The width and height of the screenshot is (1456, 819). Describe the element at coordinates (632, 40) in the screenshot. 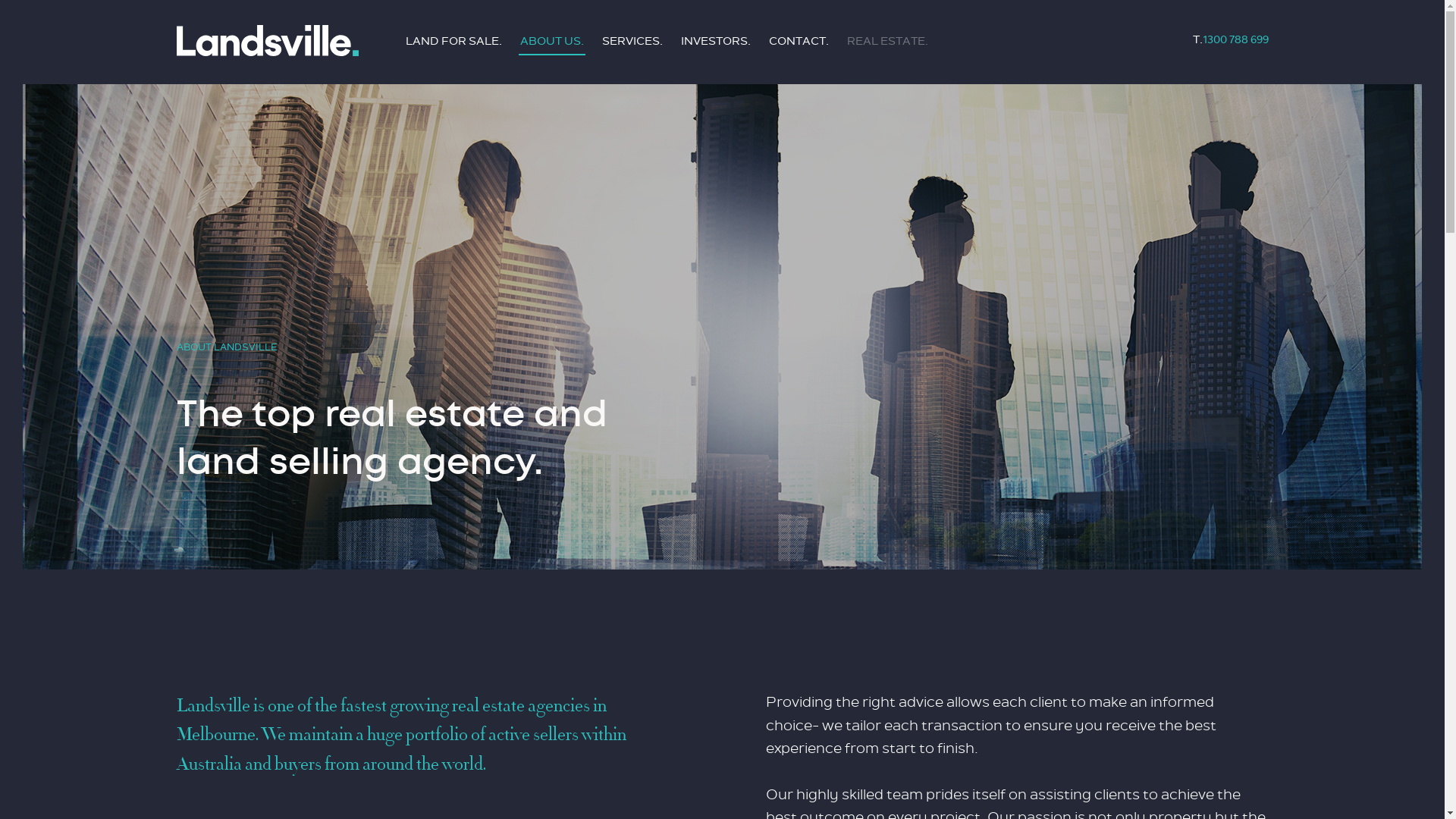

I see `'SERVICES.'` at that location.